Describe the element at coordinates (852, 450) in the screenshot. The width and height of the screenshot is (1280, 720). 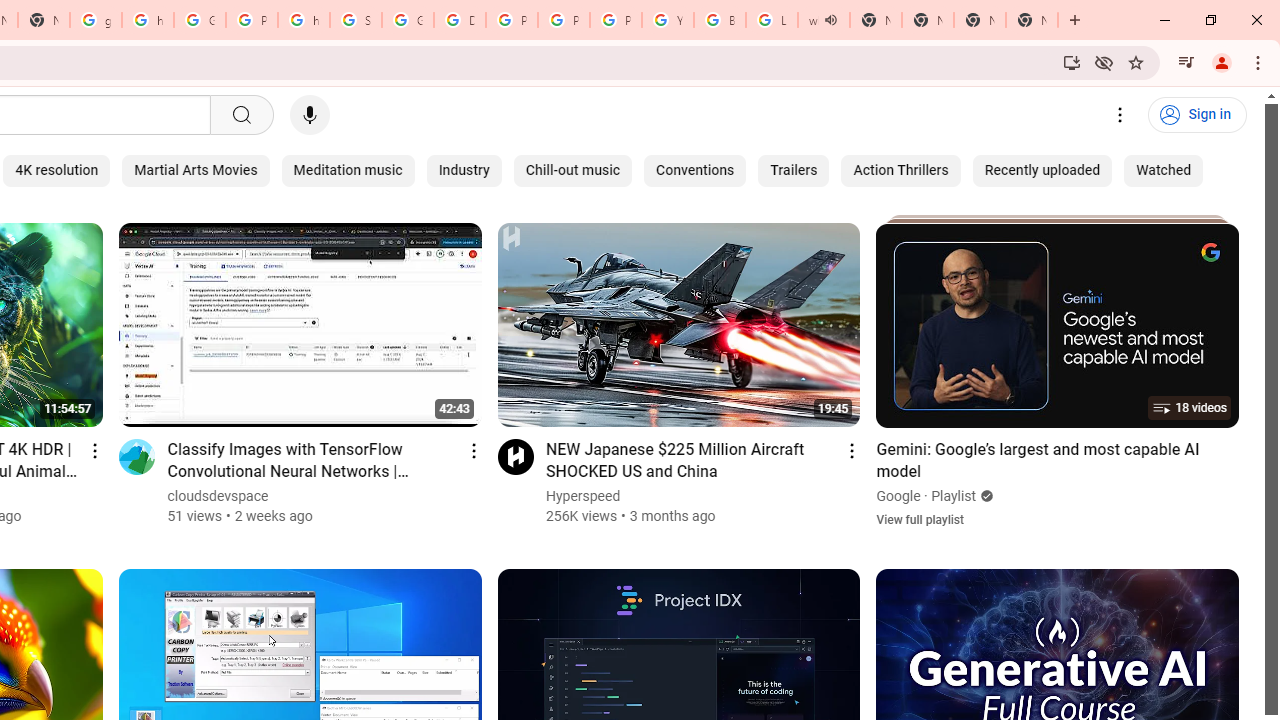
I see `'Action menu'` at that location.